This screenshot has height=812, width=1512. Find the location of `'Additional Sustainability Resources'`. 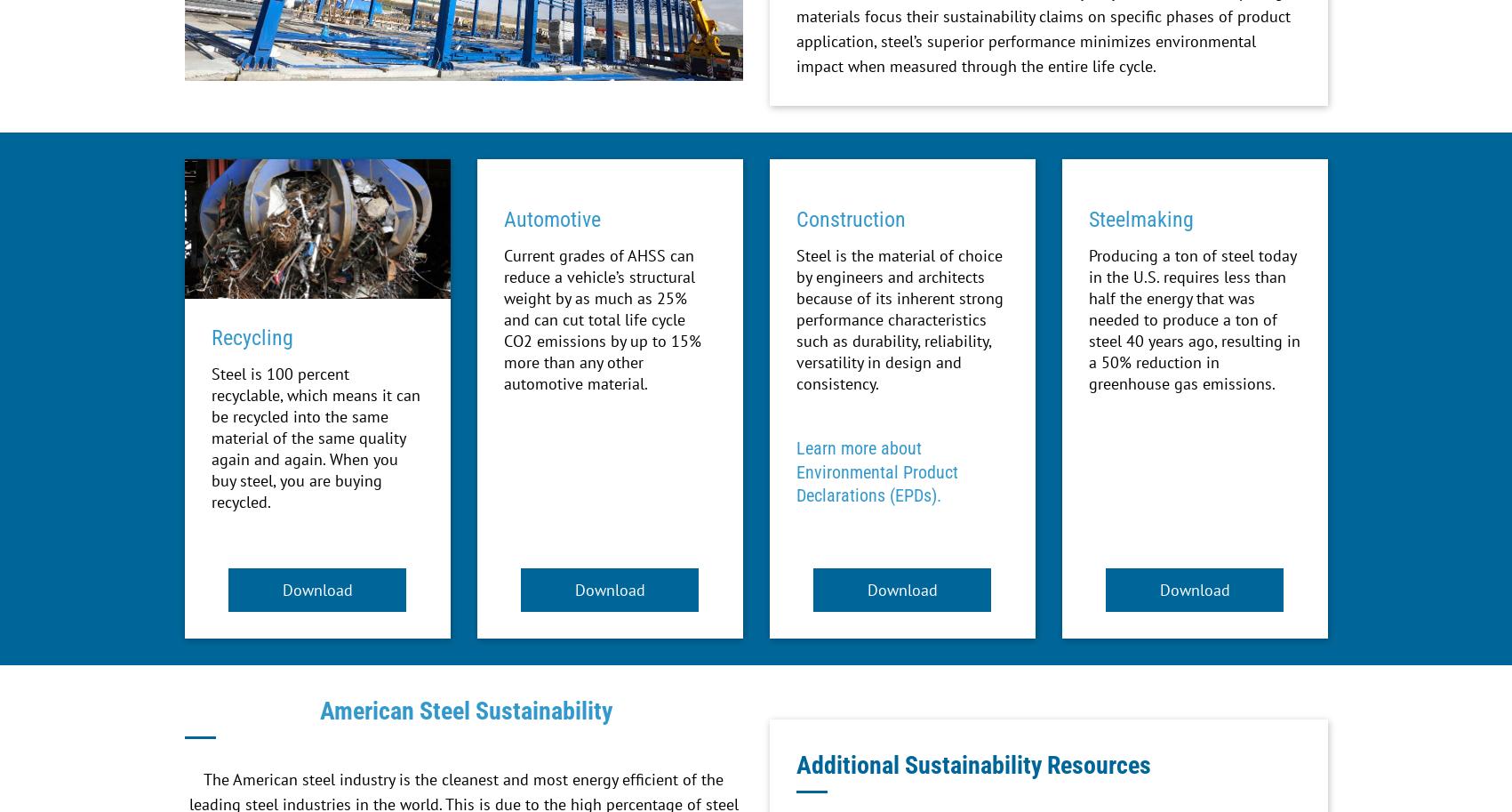

'Additional Sustainability Resources' is located at coordinates (972, 765).